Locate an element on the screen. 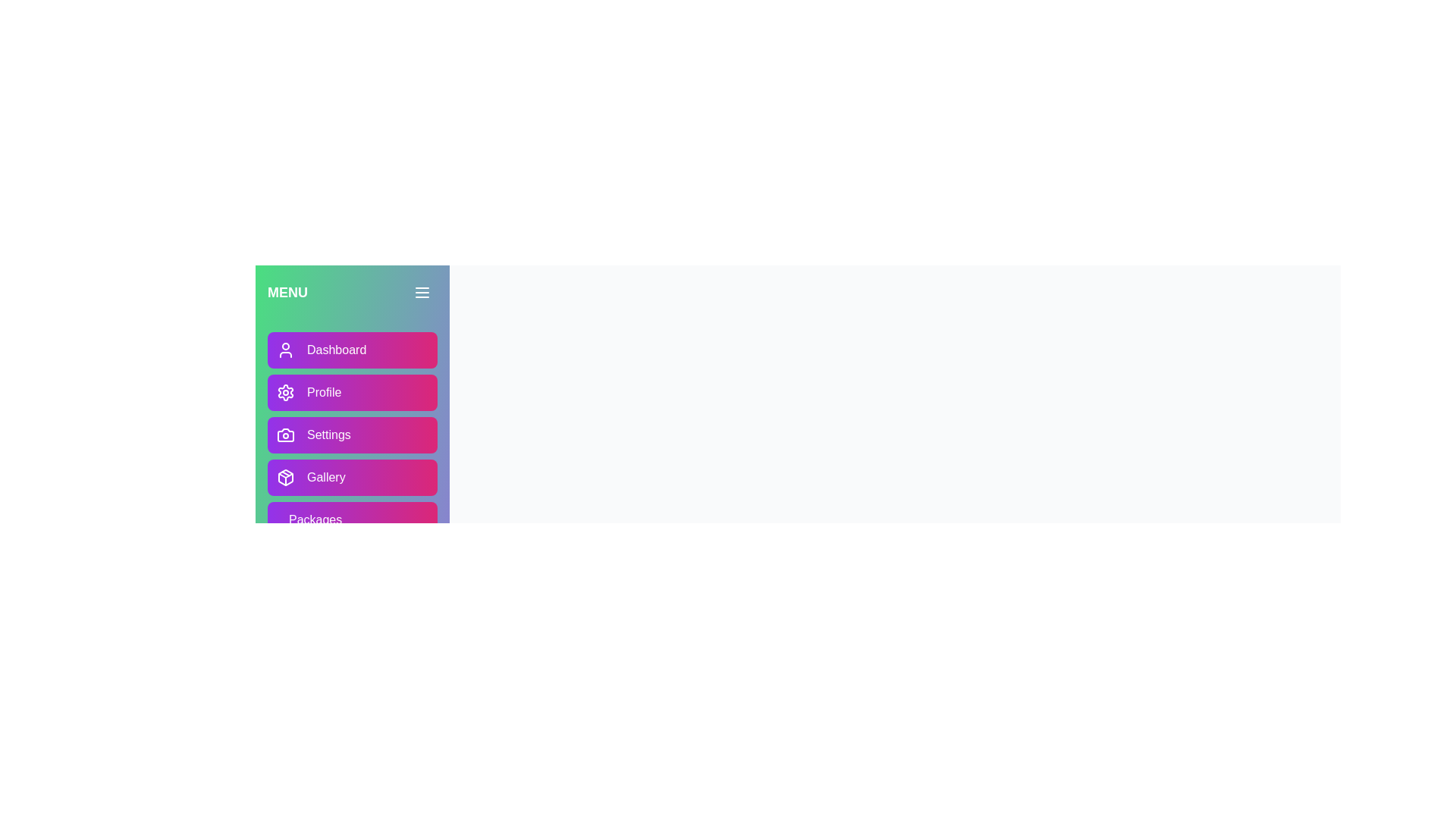 The image size is (1456, 819). the 'Settings' button to navigate to the 'Settings' section is located at coordinates (352, 435).